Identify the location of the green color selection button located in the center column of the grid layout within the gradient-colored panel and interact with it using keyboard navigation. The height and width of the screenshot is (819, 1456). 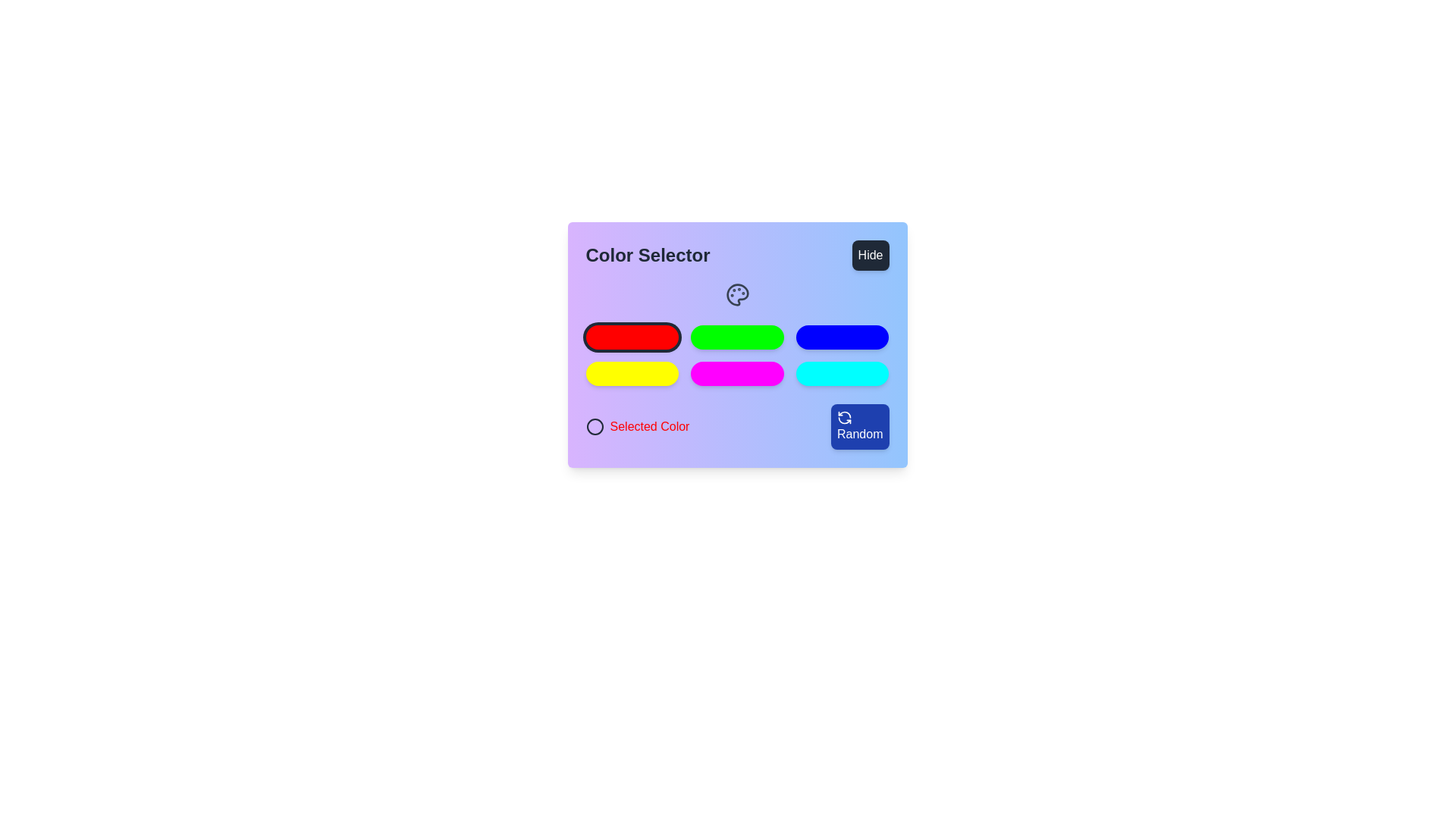
(737, 345).